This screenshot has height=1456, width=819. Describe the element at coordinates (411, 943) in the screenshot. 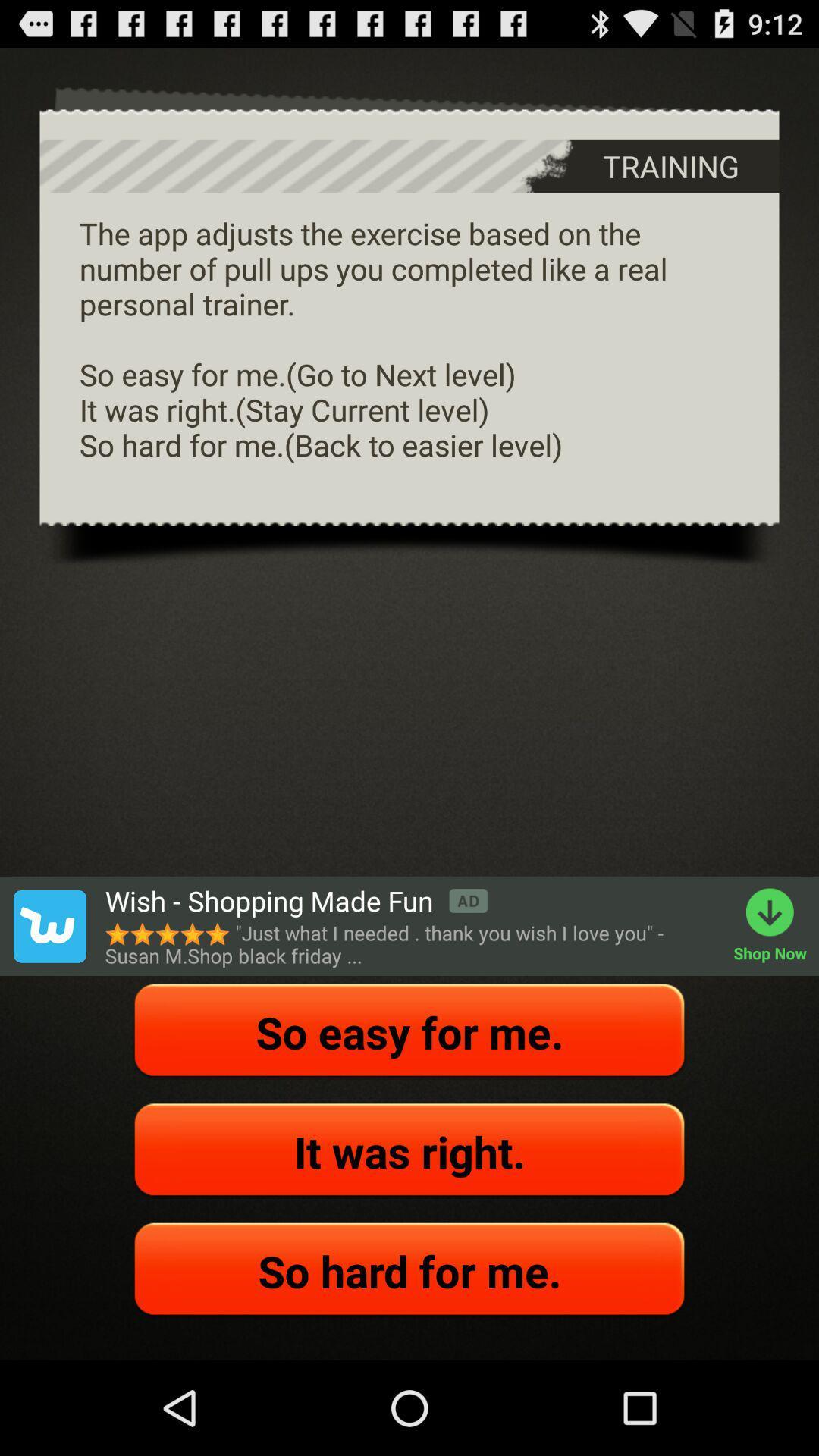

I see `the icon to the left of the shop now app` at that location.